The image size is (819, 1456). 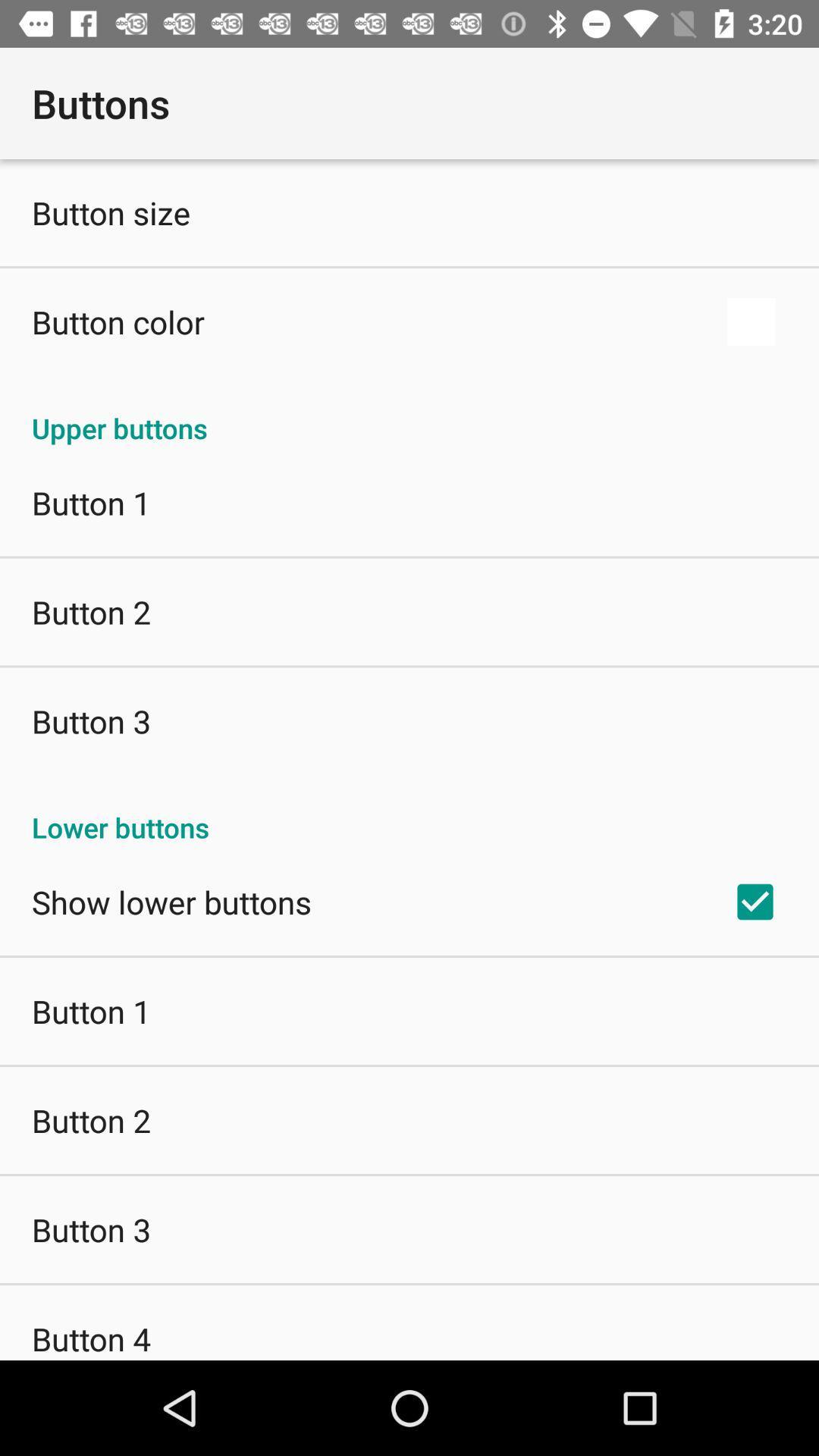 I want to click on button size item, so click(x=110, y=212).